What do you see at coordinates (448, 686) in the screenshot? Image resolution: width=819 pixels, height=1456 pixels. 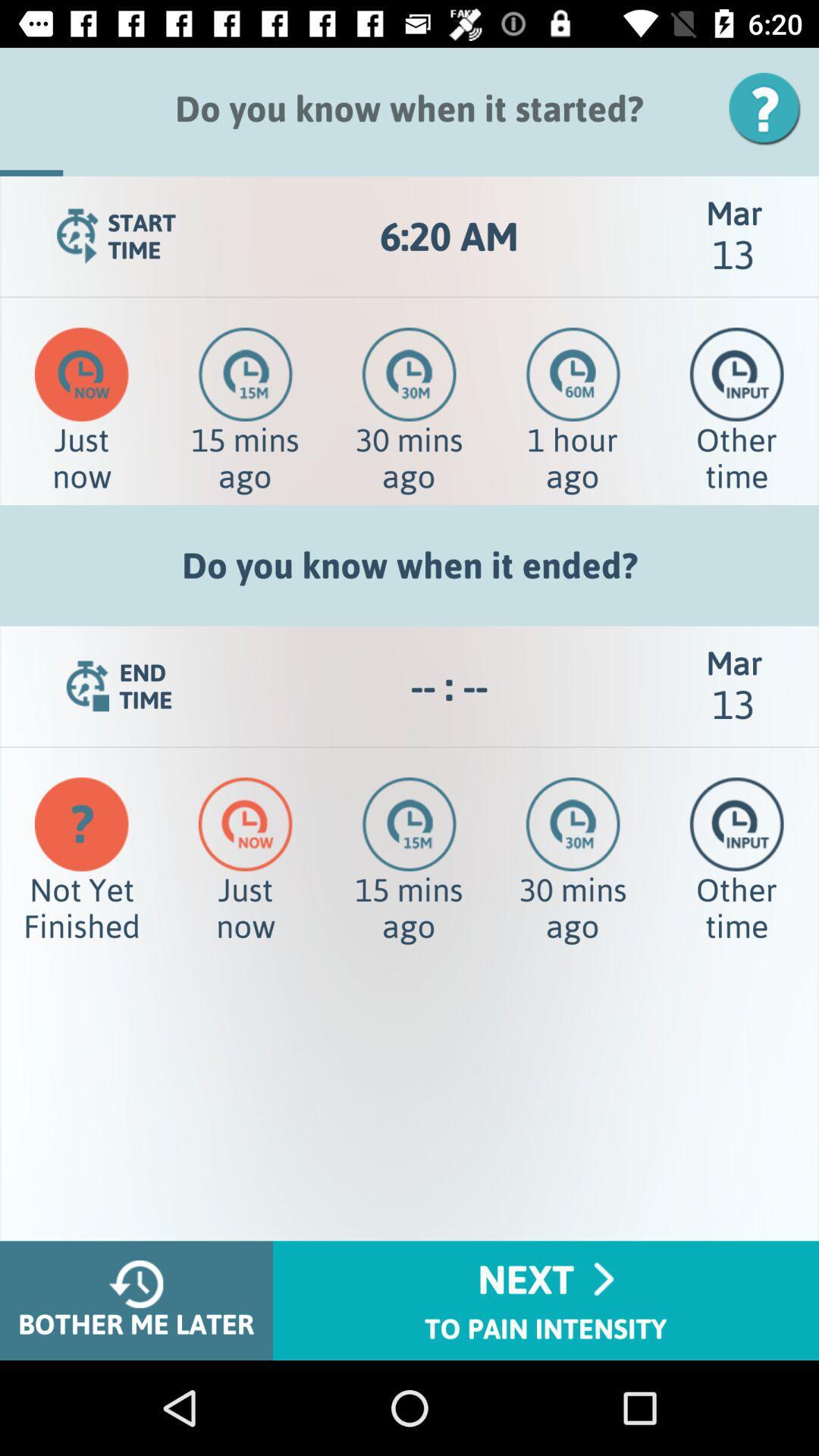 I see `the icon to the left of mar` at bounding box center [448, 686].